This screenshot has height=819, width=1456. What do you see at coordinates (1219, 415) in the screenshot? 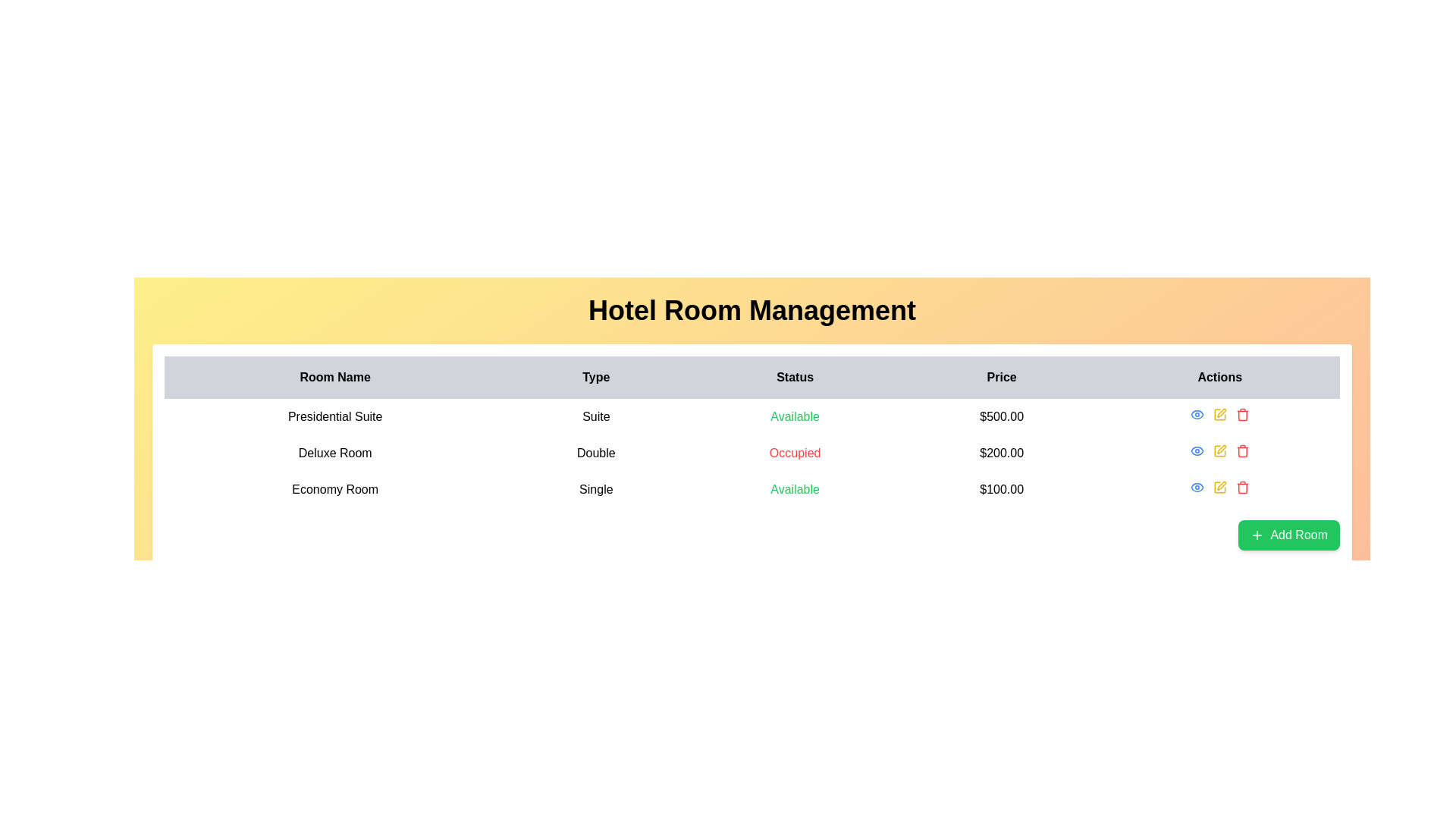
I see `the edit button located in the 'Actions' column of the first row in the table, which is the second action icon between the blue eye icon and the red trash can icon` at bounding box center [1219, 415].